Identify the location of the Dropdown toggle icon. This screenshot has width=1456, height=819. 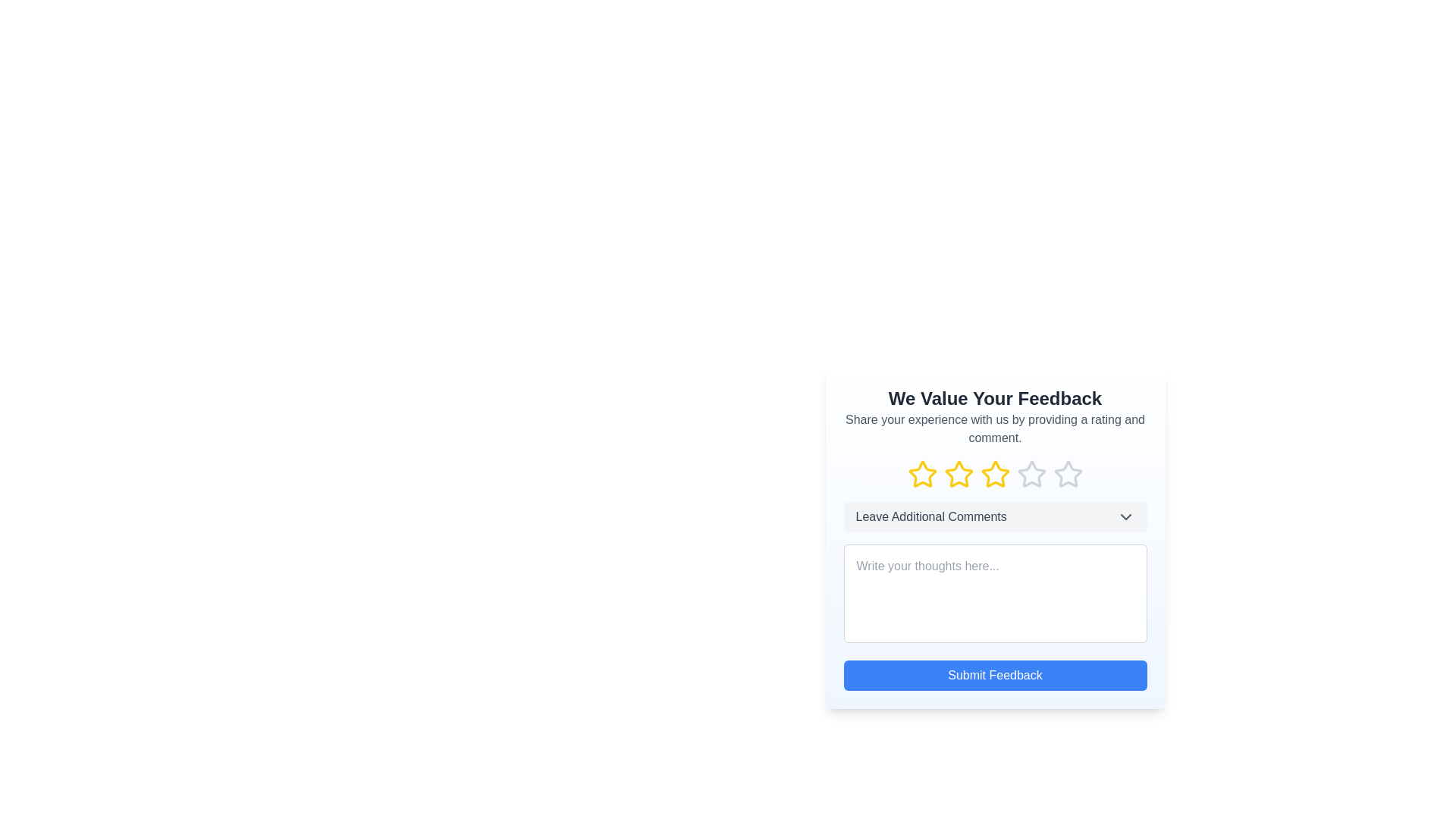
(1125, 516).